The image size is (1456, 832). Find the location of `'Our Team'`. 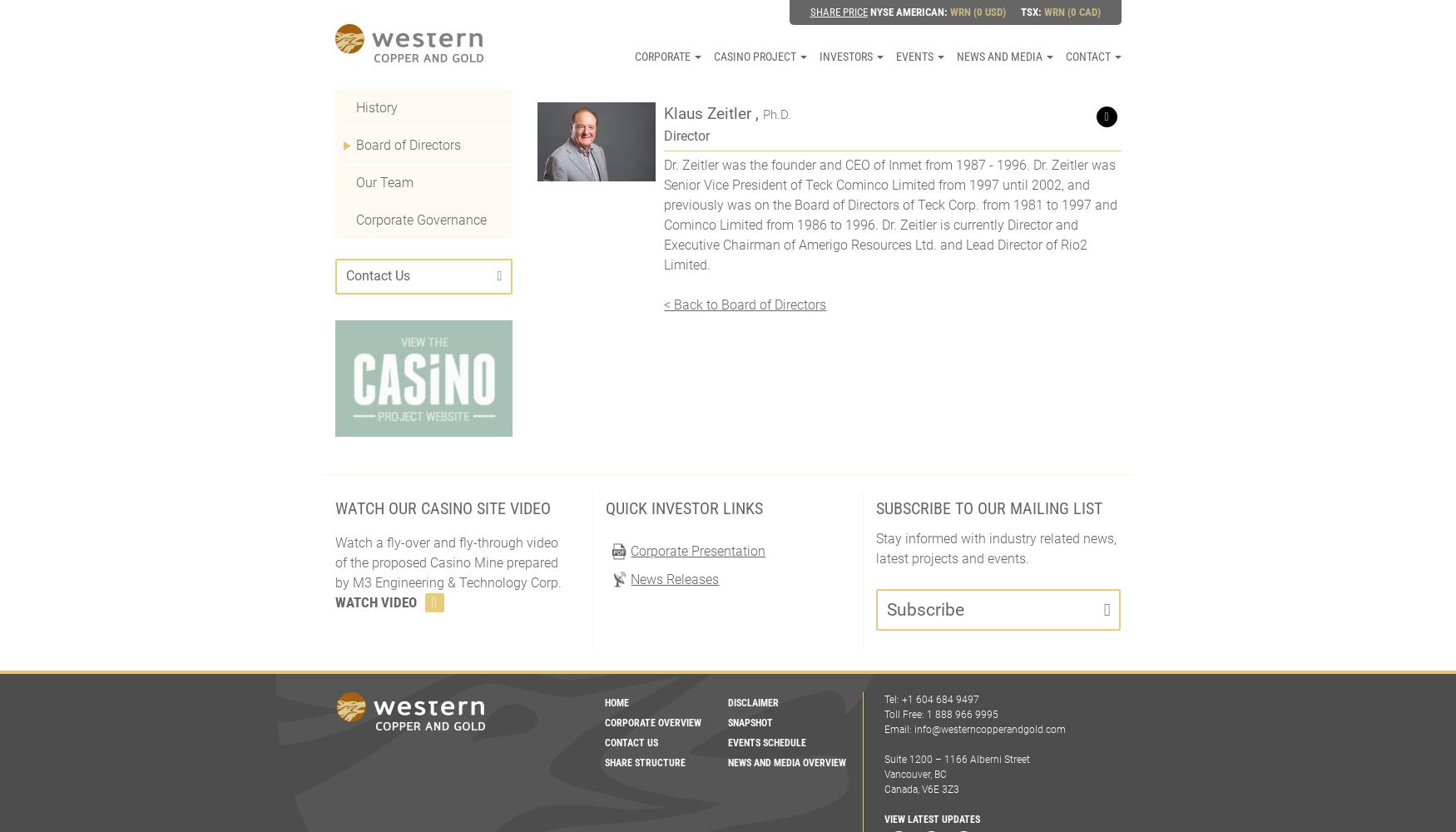

'Our Team' is located at coordinates (384, 181).